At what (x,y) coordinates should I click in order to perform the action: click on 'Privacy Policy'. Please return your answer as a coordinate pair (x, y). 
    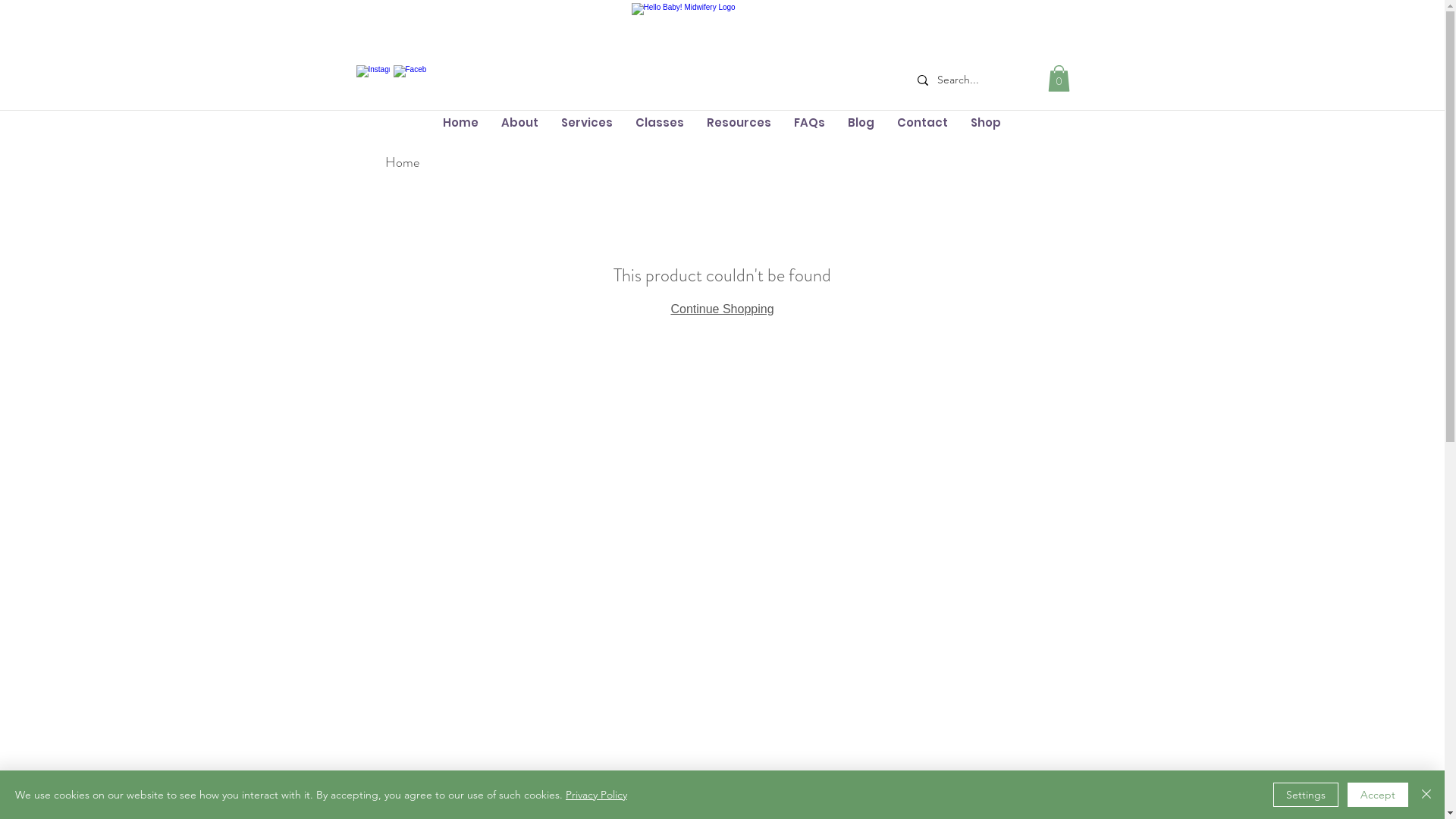
    Looking at the image, I should click on (595, 794).